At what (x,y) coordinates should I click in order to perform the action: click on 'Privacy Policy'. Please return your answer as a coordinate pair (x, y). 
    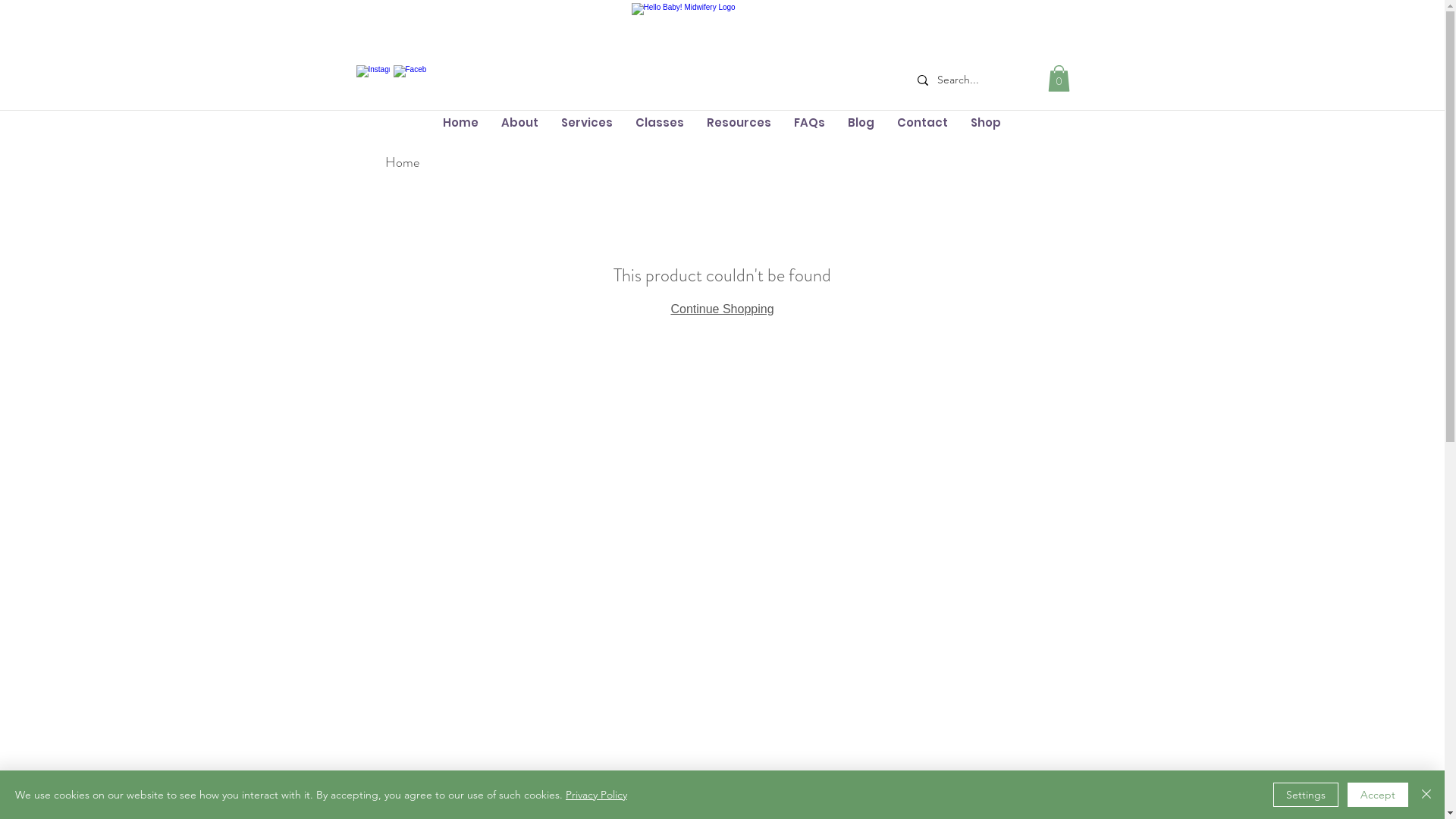
    Looking at the image, I should click on (595, 794).